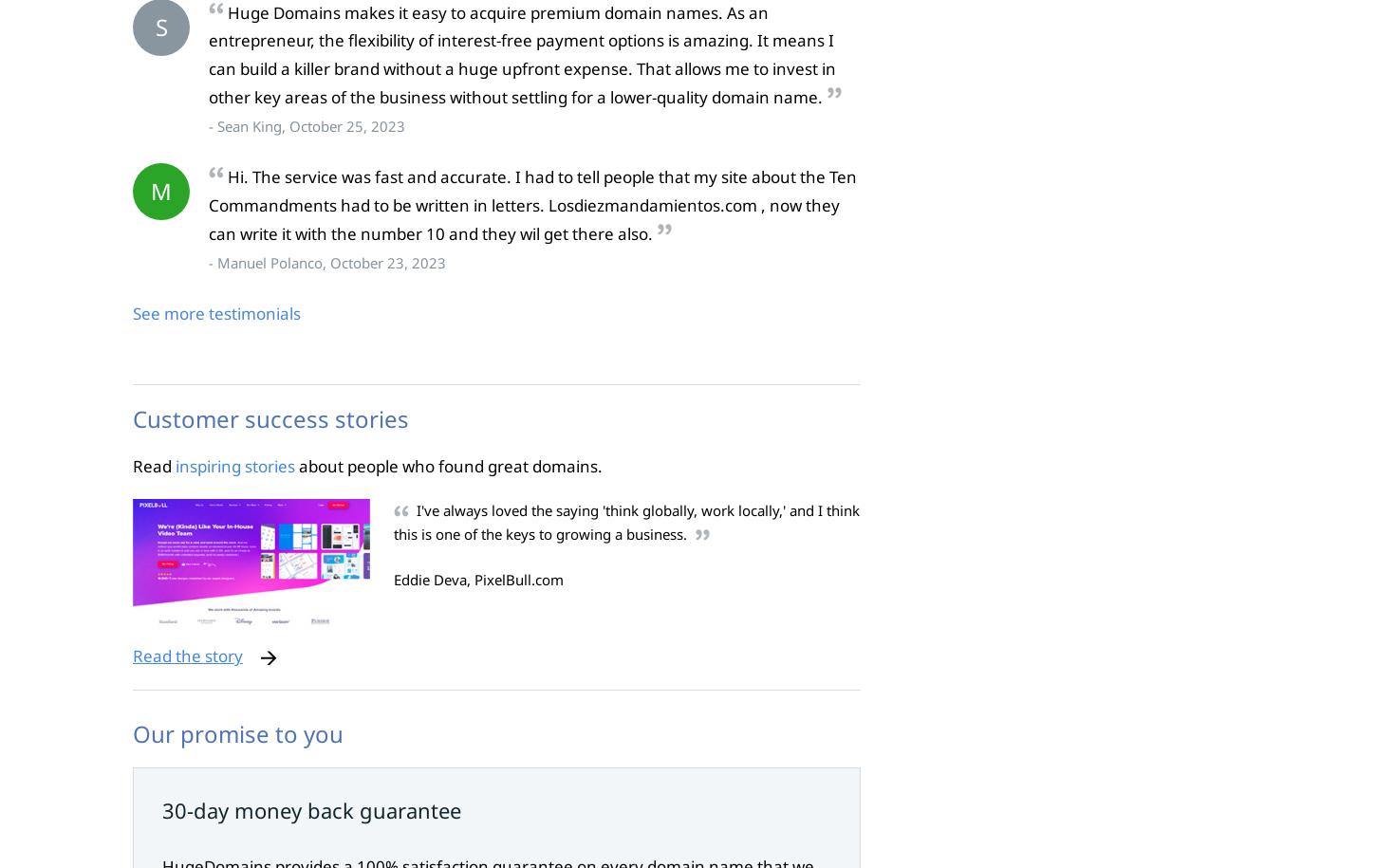 Image resolution: width=1376 pixels, height=868 pixels. What do you see at coordinates (532, 205) in the screenshot?
I see `'Hi. The service was fast and accurate.
I had to tell people that my site about the Ten Commandments had to be written in letters. Losdiezmandamientos.com , now they can write it with the number 10 and they wil get there also.'` at bounding box center [532, 205].